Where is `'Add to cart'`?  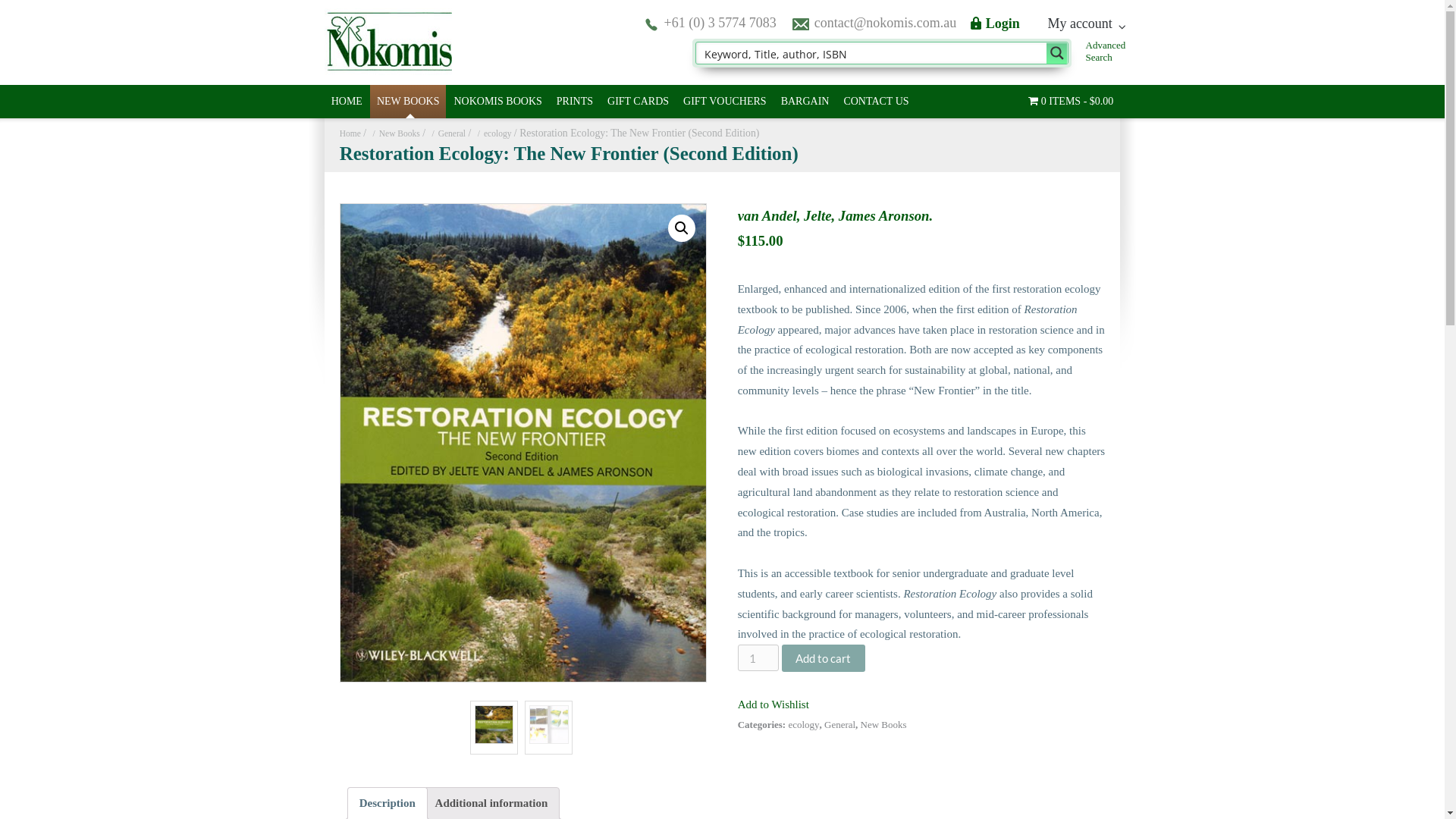 'Add to cart' is located at coordinates (822, 657).